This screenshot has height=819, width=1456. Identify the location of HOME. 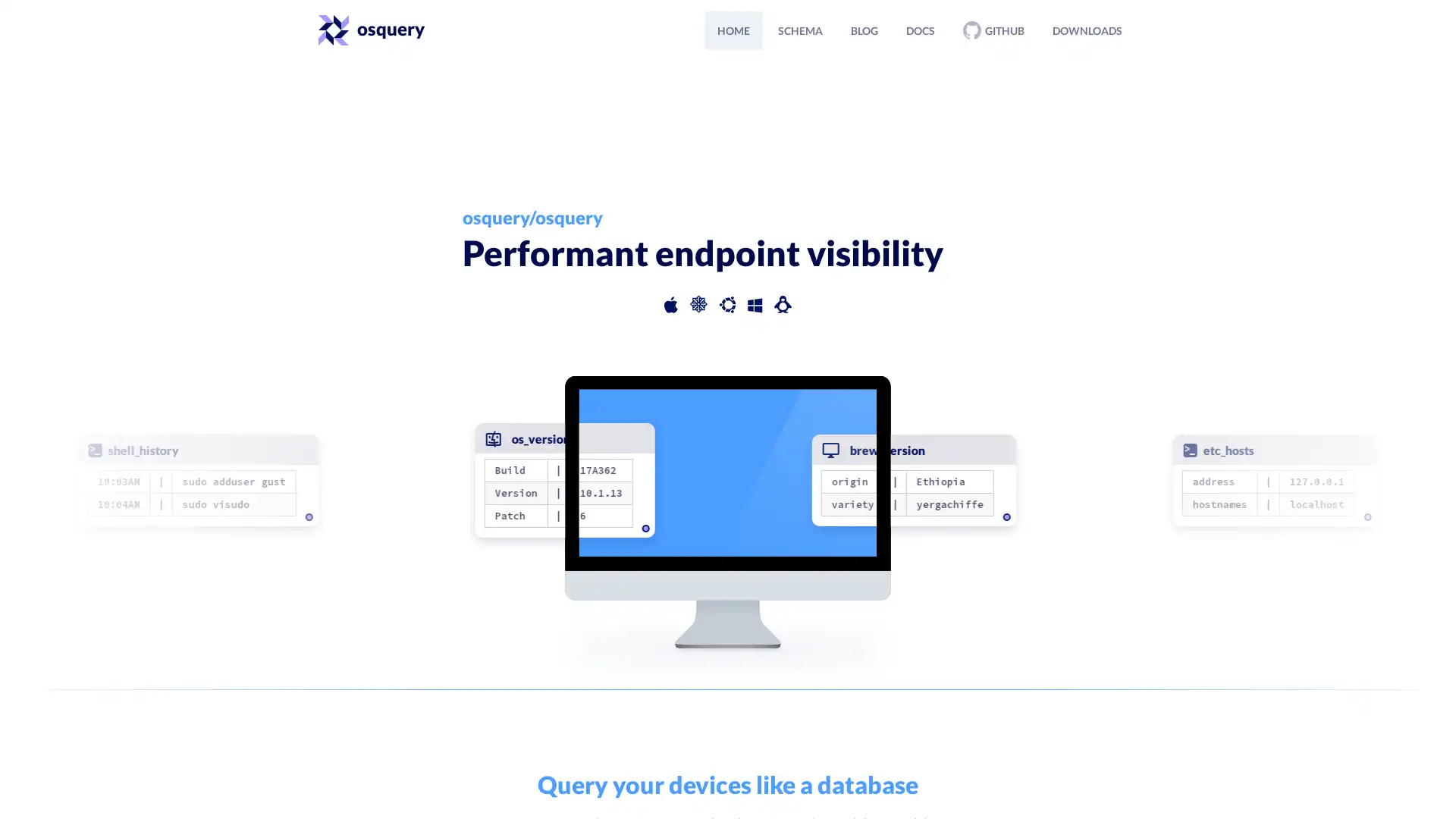
(733, 30).